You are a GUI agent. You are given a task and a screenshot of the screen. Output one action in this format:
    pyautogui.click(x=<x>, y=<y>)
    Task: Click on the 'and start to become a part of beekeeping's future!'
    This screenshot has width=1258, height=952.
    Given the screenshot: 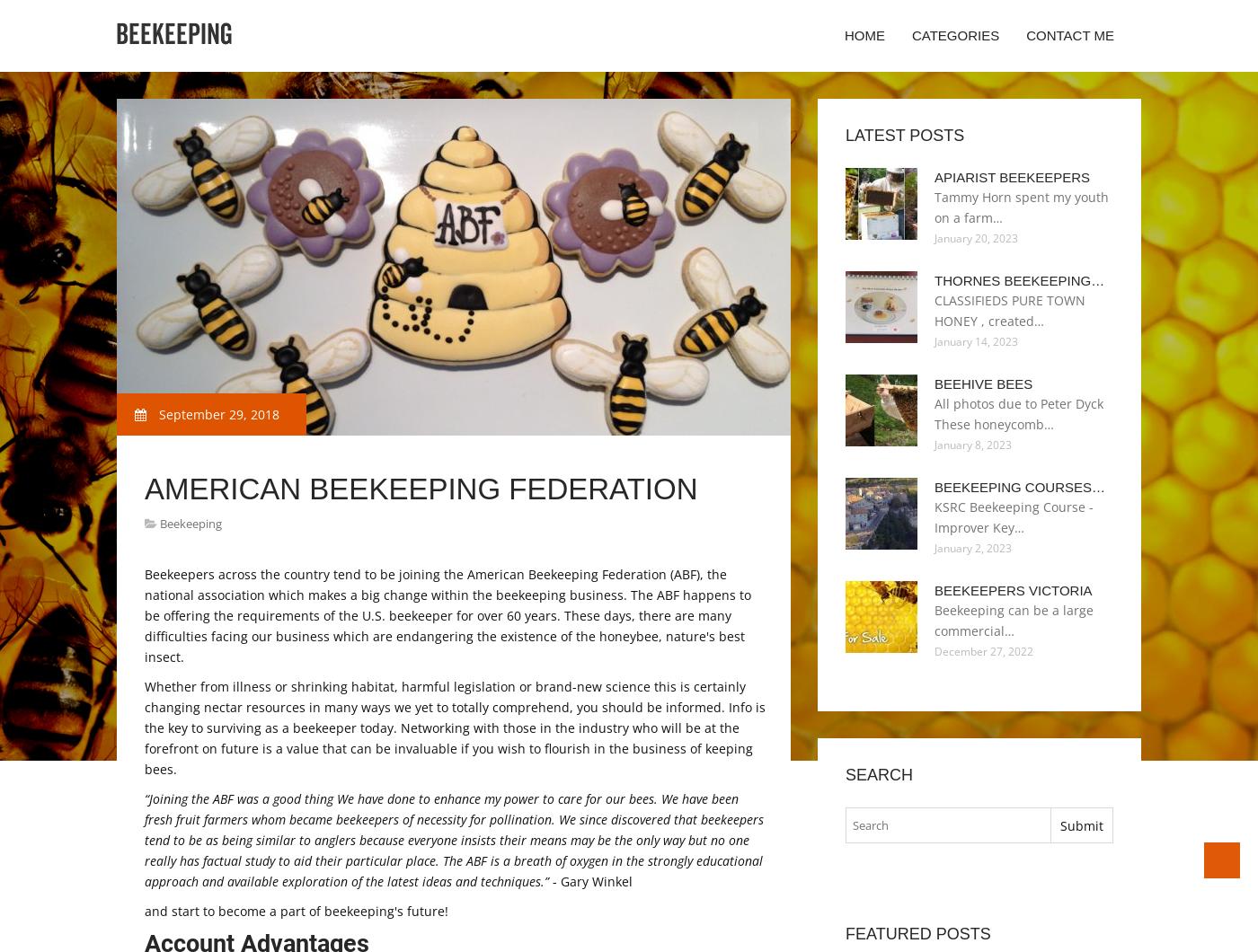 What is the action you would take?
    pyautogui.click(x=145, y=910)
    